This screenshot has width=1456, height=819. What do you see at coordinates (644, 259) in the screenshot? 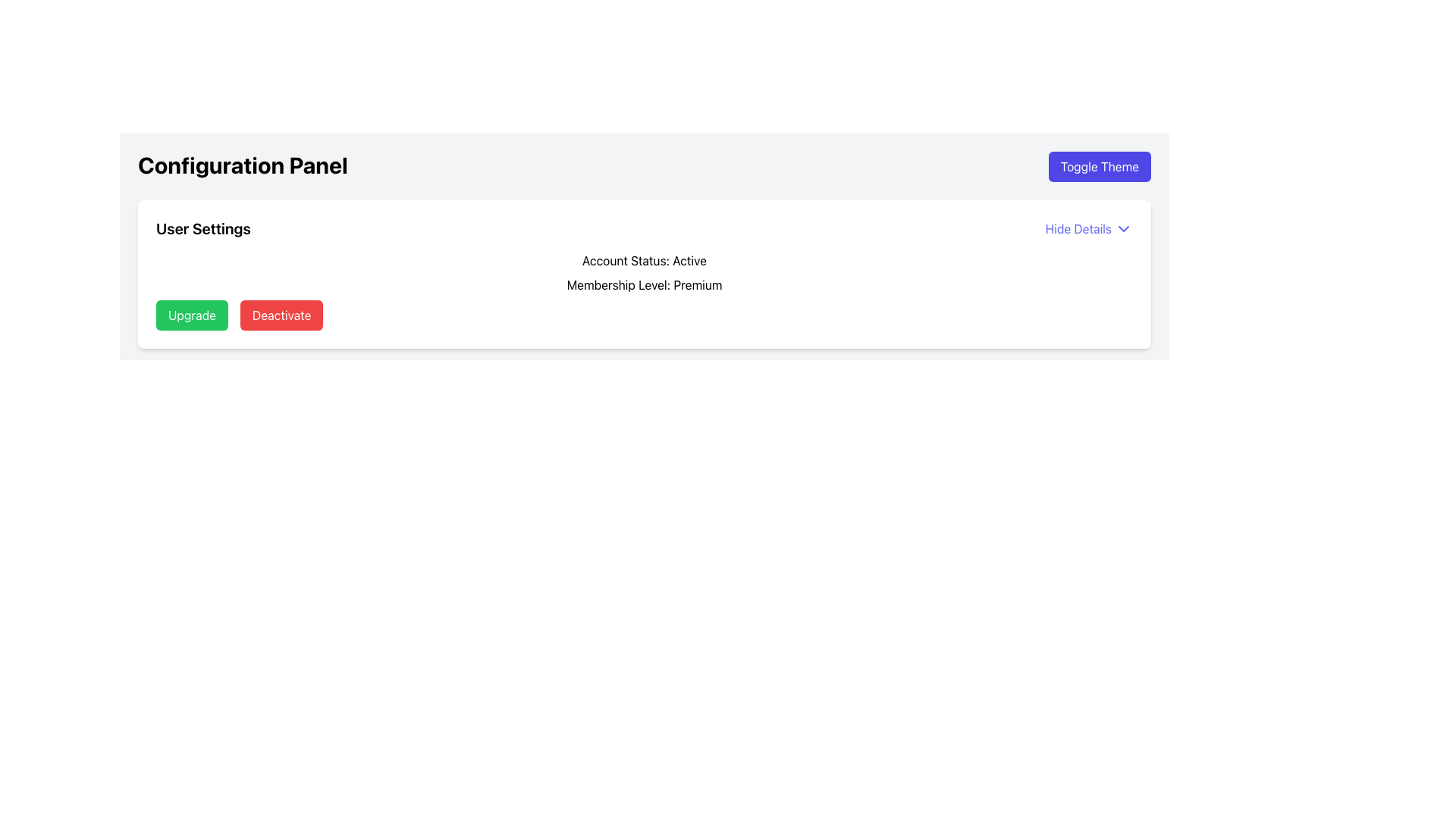
I see `the static label indicating the current account status, which is located above the 'Membership Level: Premium' text in the User Settings section` at bounding box center [644, 259].